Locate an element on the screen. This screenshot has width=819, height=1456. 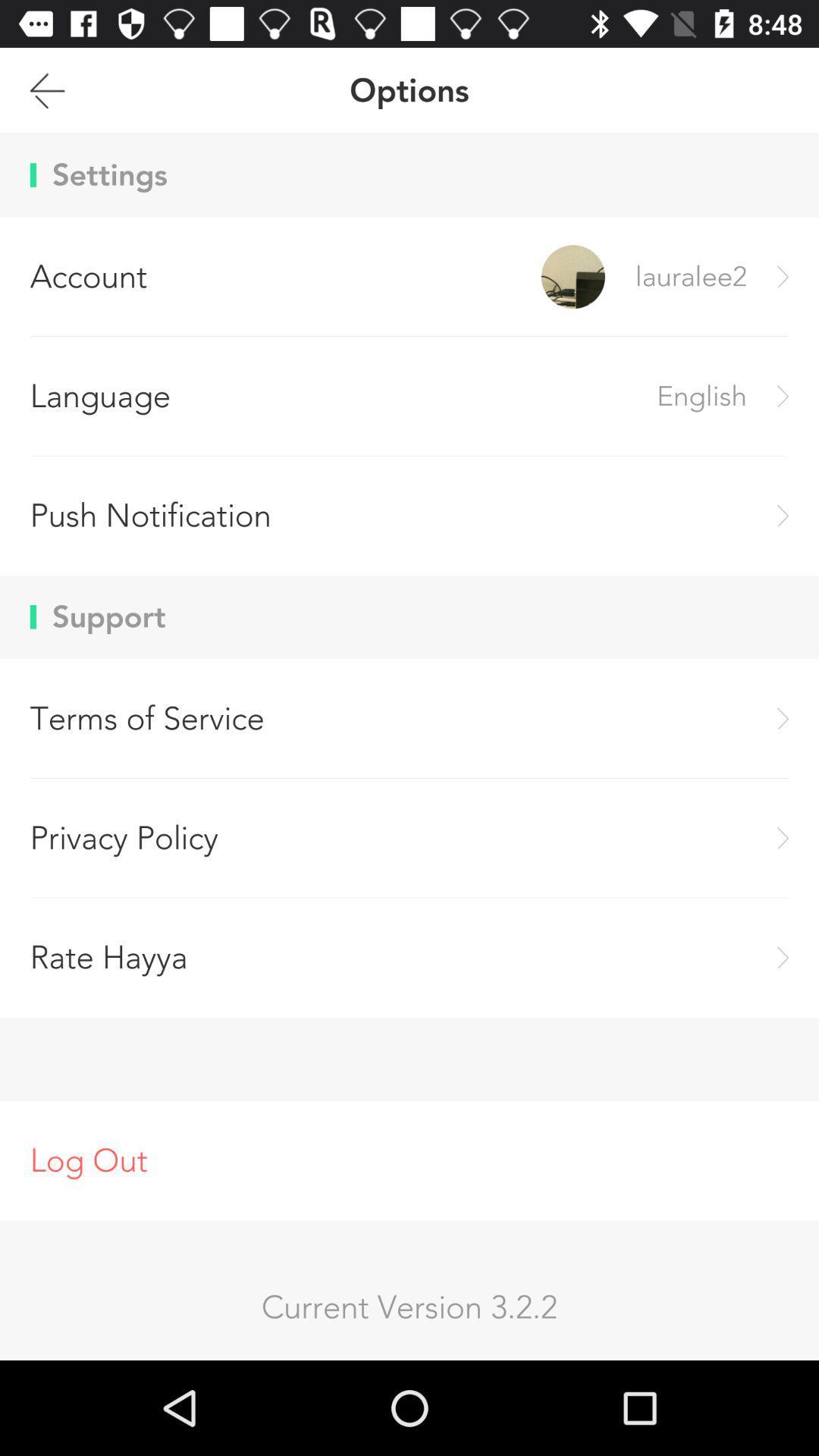
icon next to options icon is located at coordinates (46, 89).